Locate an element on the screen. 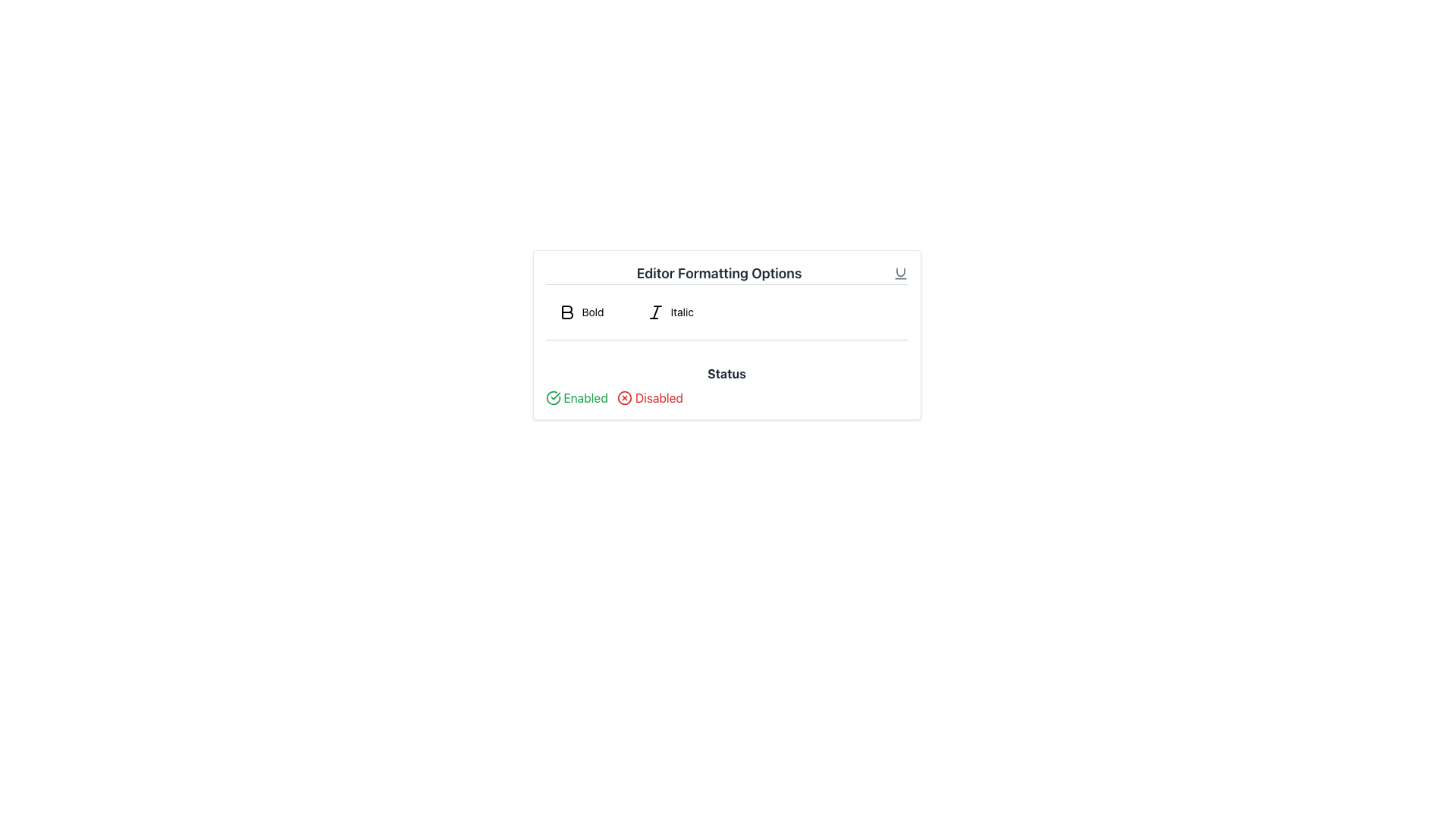 Image resolution: width=1456 pixels, height=819 pixels. the Text Label that categorizes the status options 'Enabled' and 'Disabled' in the 'Editor Formatting Options' section is located at coordinates (726, 374).